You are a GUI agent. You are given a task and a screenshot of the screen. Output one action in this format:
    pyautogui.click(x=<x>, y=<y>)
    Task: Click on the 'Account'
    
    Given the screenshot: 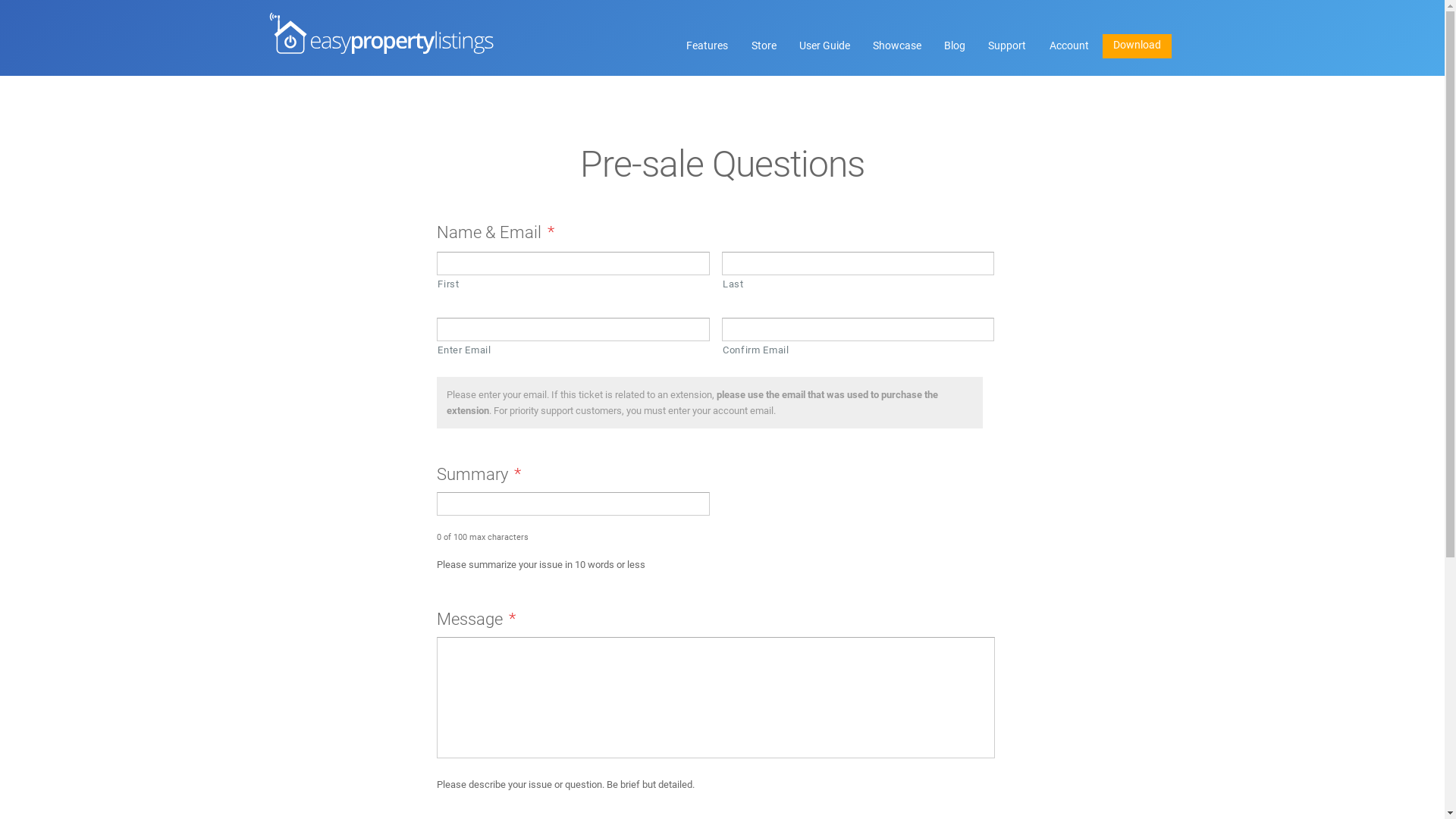 What is the action you would take?
    pyautogui.click(x=1068, y=45)
    